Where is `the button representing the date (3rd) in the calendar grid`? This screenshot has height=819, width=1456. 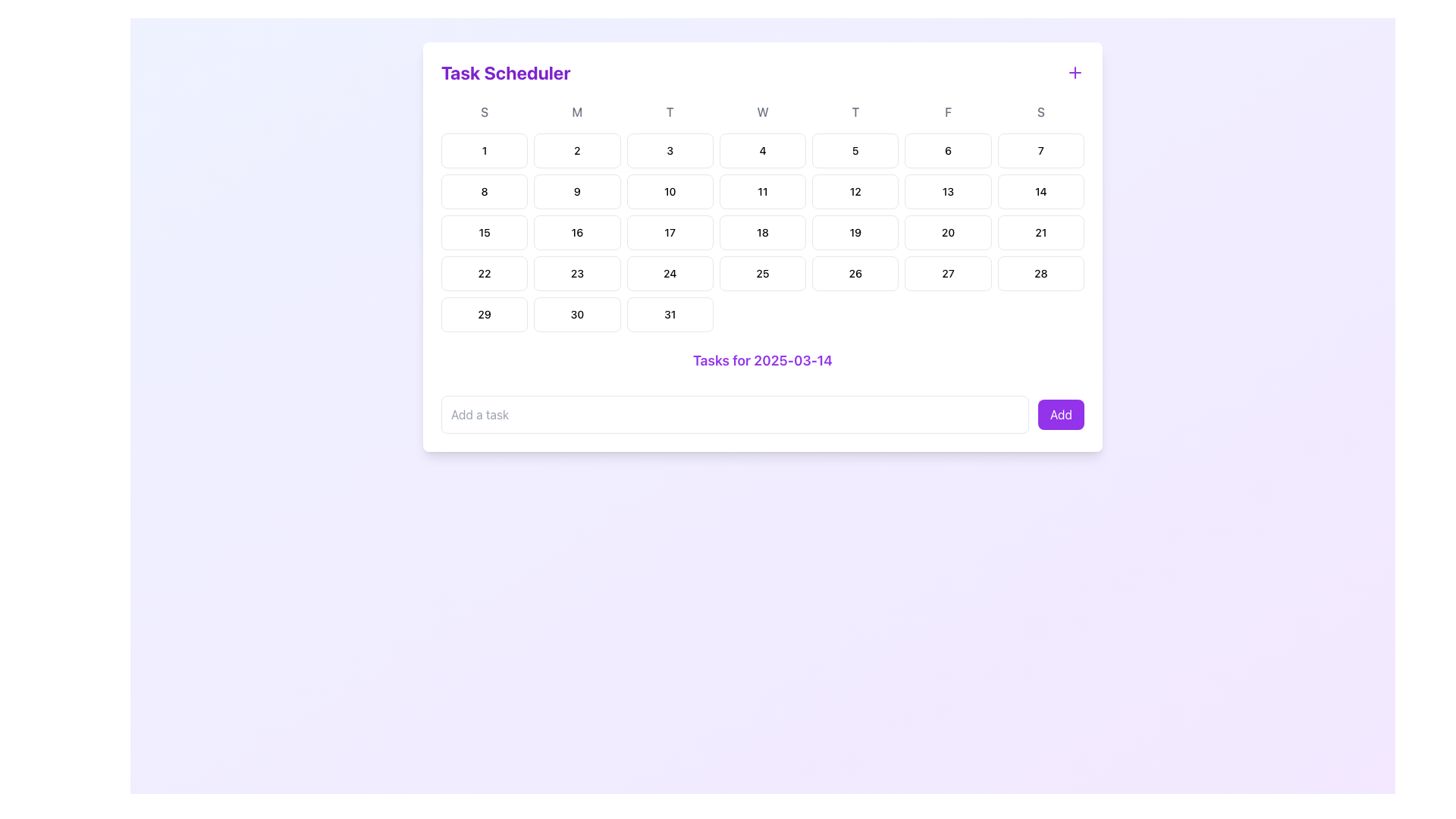 the button representing the date (3rd) in the calendar grid is located at coordinates (669, 151).